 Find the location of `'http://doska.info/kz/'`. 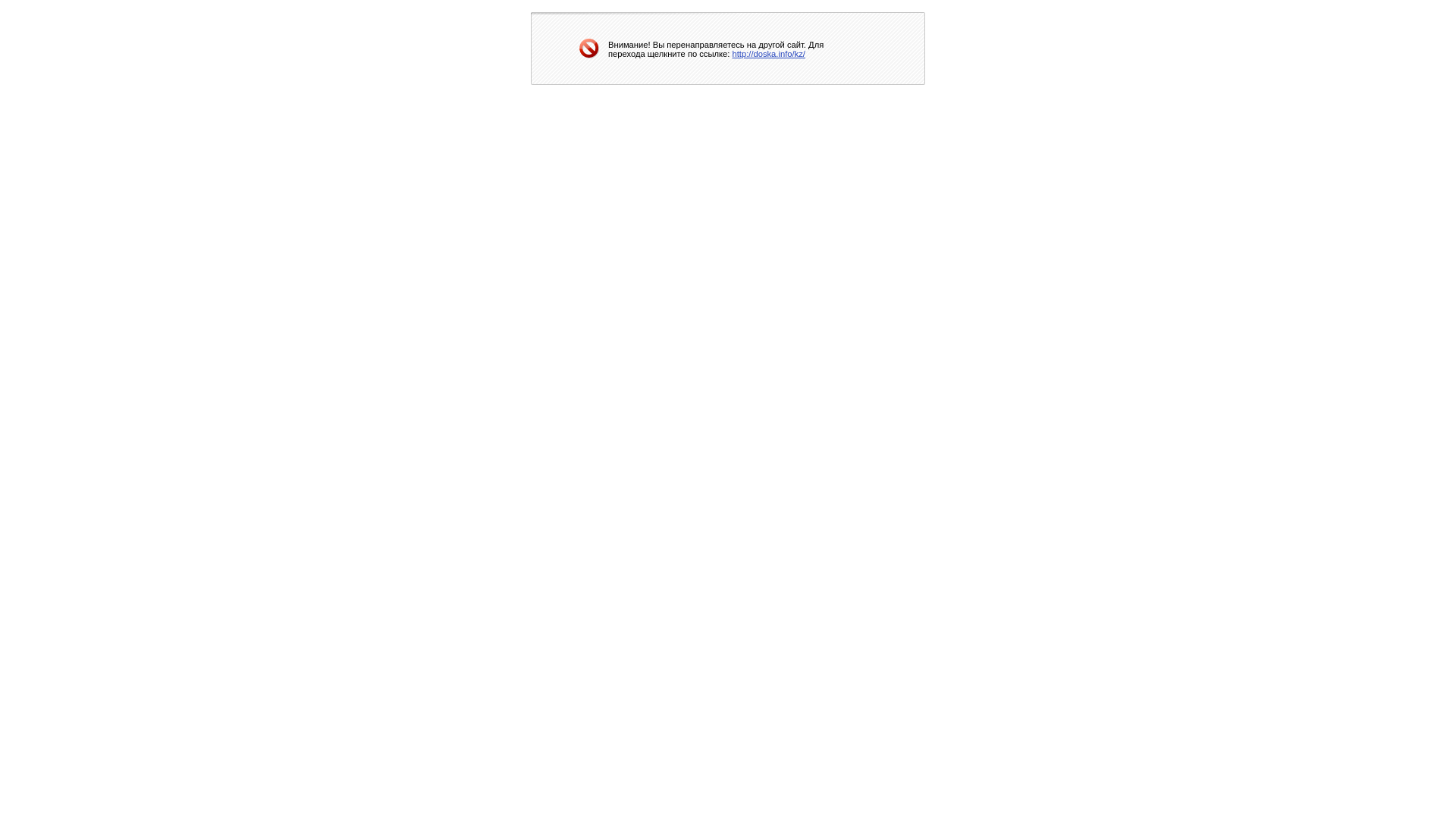

'http://doska.info/kz/' is located at coordinates (732, 52).